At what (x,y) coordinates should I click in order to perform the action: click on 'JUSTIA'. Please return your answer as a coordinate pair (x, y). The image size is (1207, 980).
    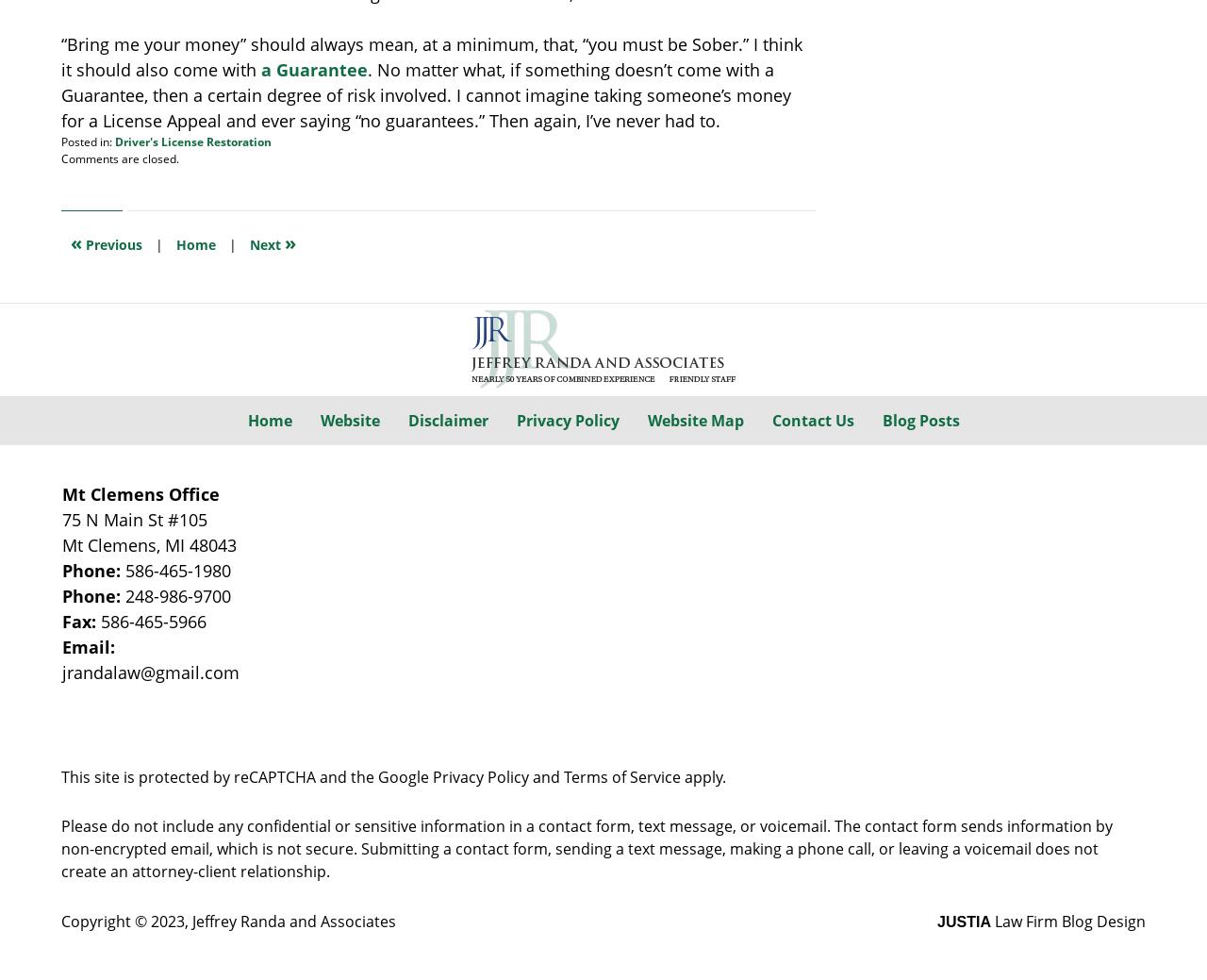
    Looking at the image, I should click on (964, 922).